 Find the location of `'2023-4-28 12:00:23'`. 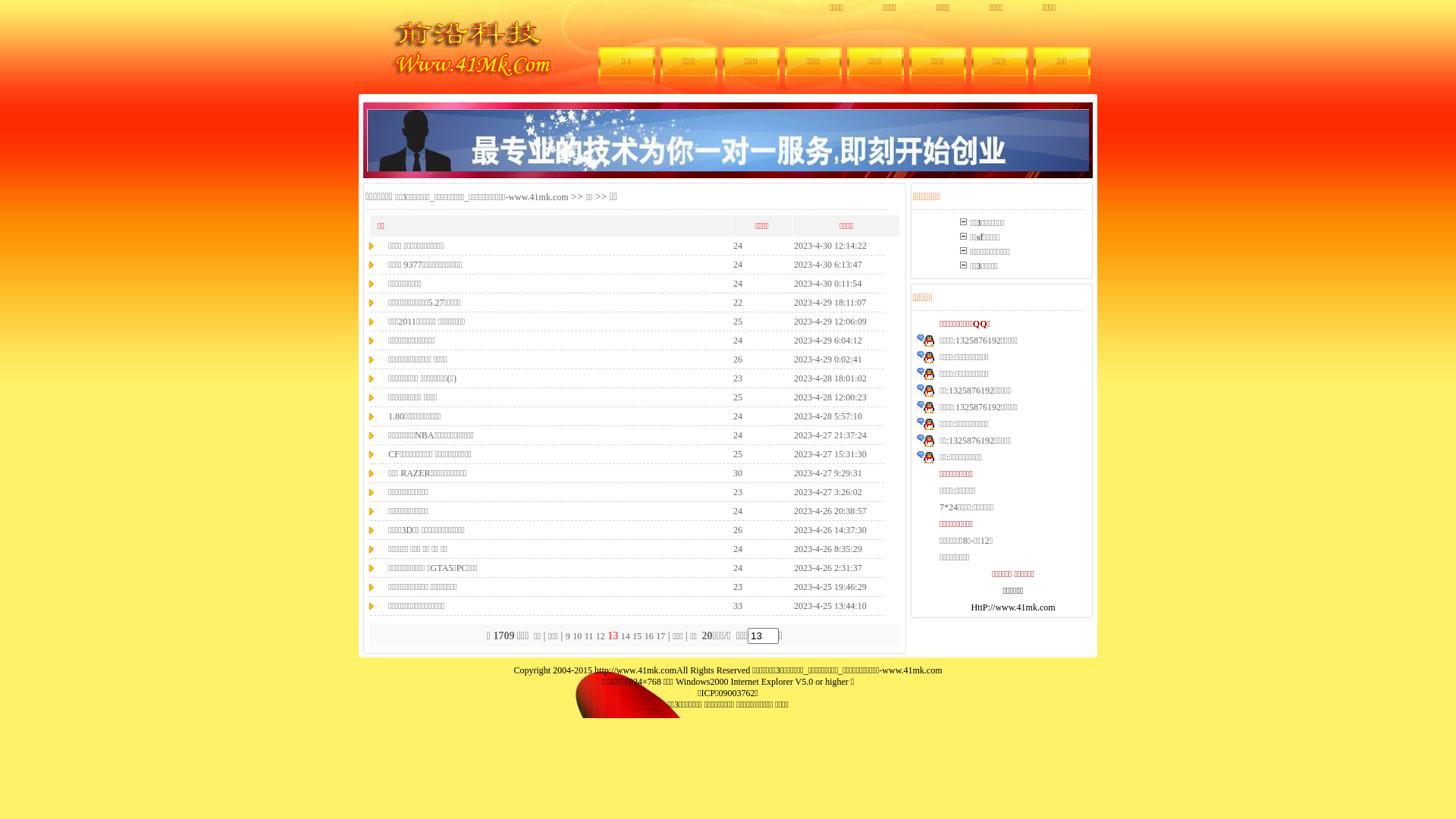

'2023-4-28 12:00:23' is located at coordinates (829, 396).